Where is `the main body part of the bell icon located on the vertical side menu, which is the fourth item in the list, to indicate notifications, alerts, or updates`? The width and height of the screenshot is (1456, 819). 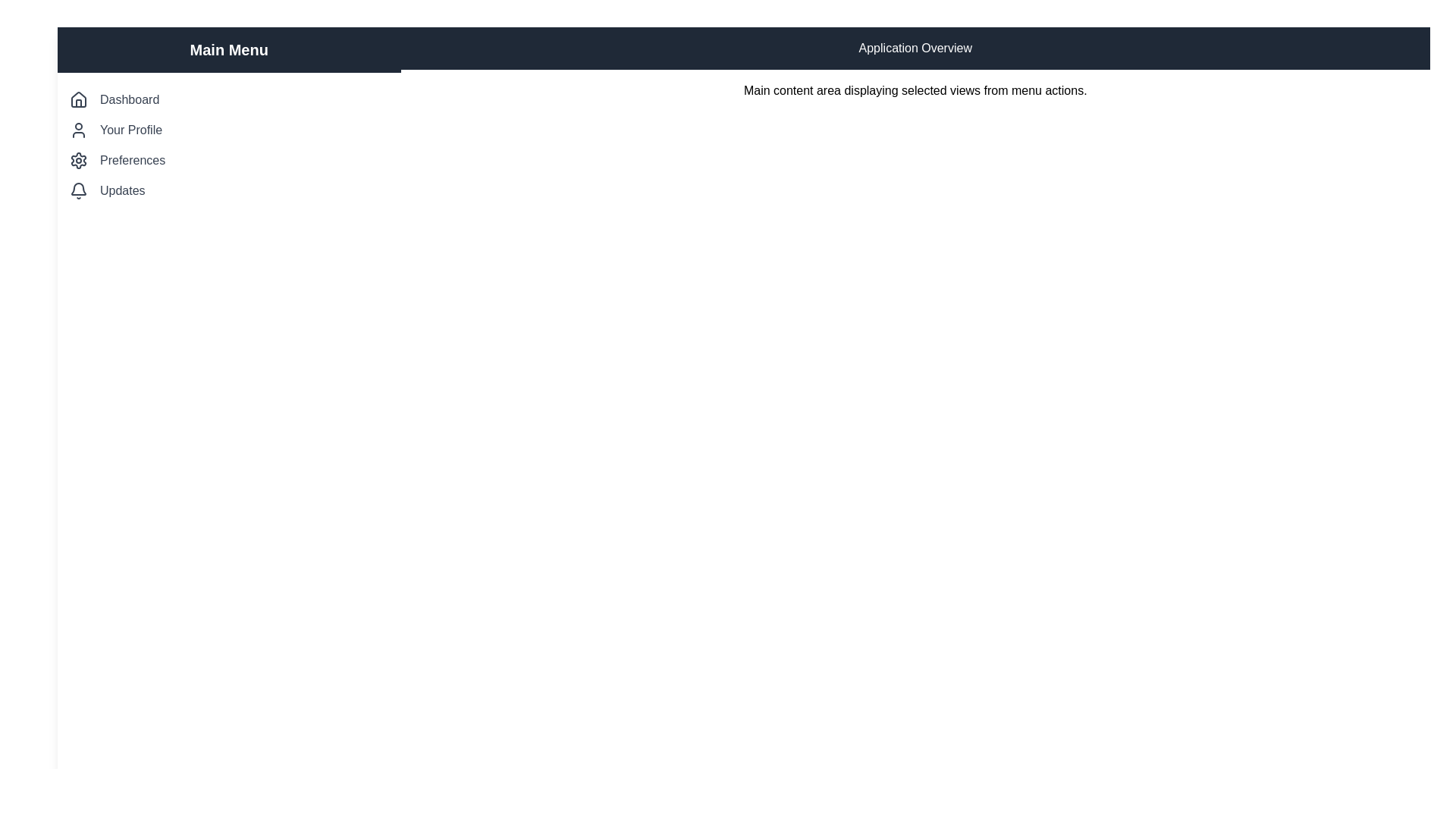
the main body part of the bell icon located on the vertical side menu, which is the fourth item in the list, to indicate notifications, alerts, or updates is located at coordinates (78, 188).